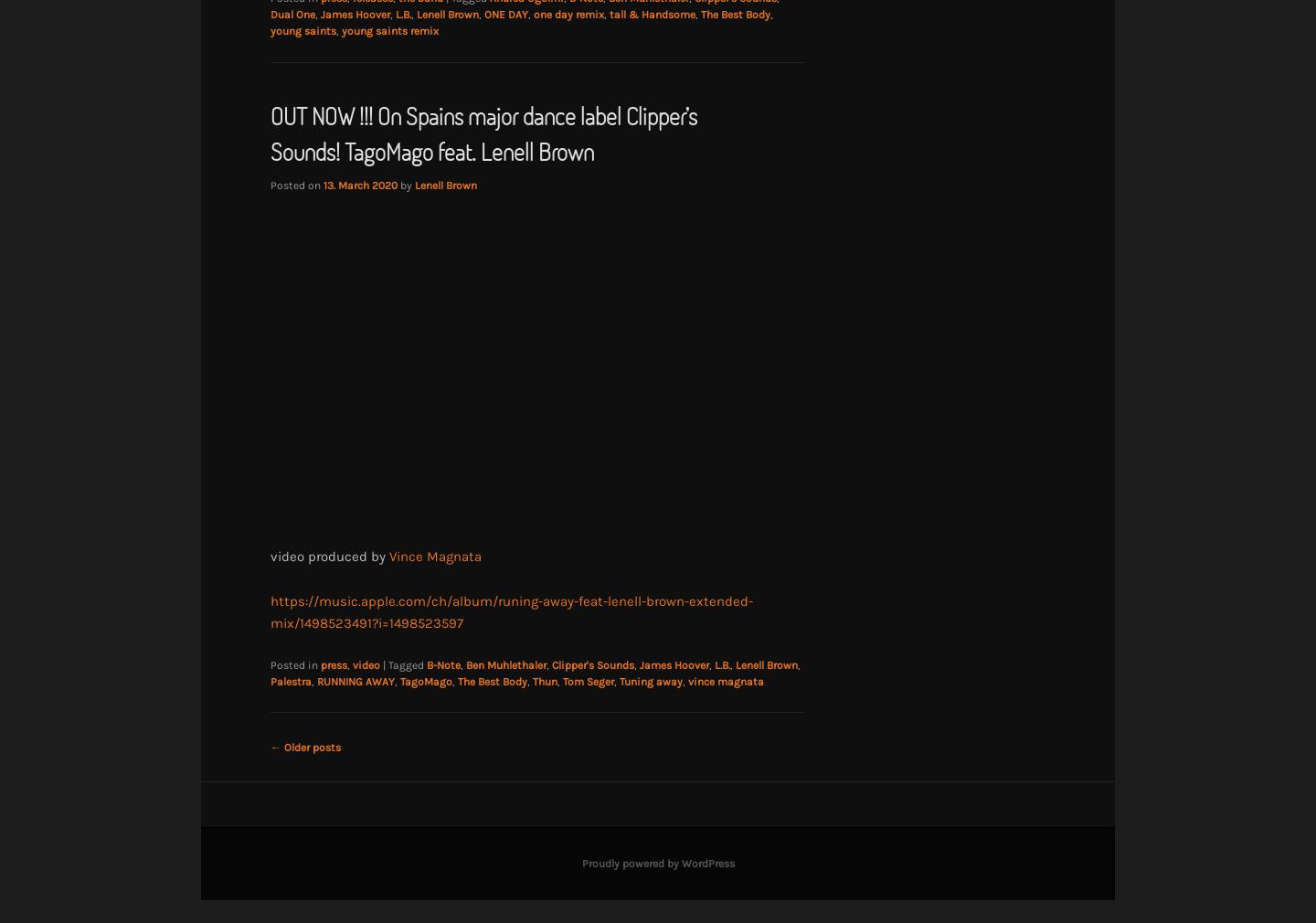 This screenshot has height=923, width=1316. What do you see at coordinates (292, 13) in the screenshot?
I see `'Dual One'` at bounding box center [292, 13].